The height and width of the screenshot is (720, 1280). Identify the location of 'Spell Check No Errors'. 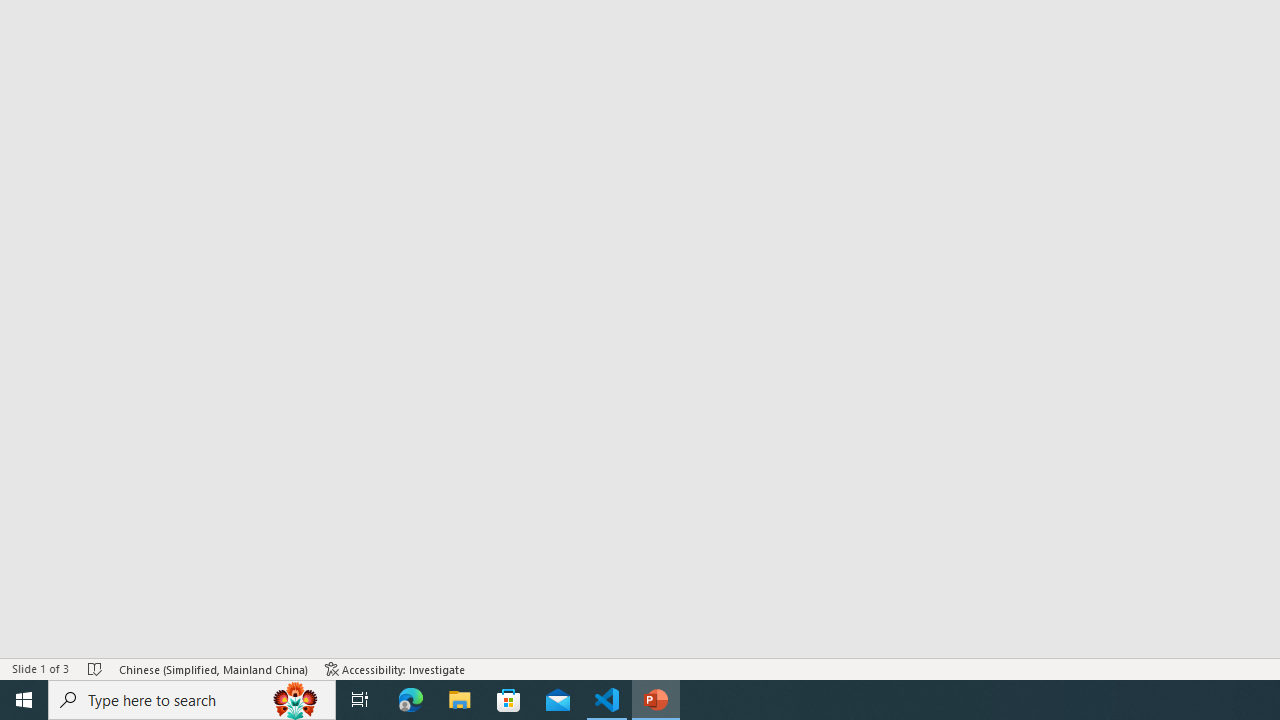
(95, 669).